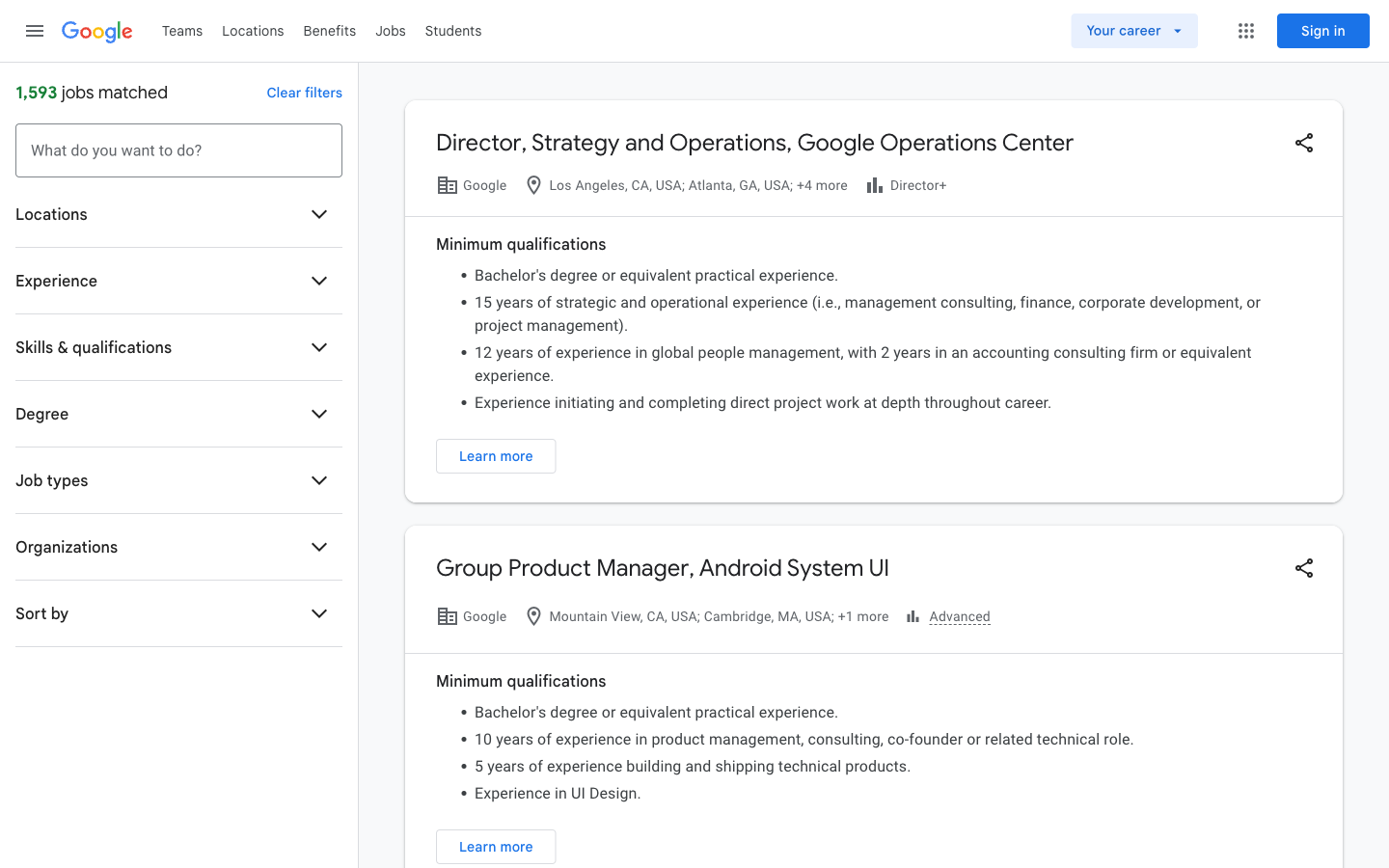 Image resolution: width=1389 pixels, height=868 pixels. I want to click on Activate the "Sort by" feature, so click(319, 613).